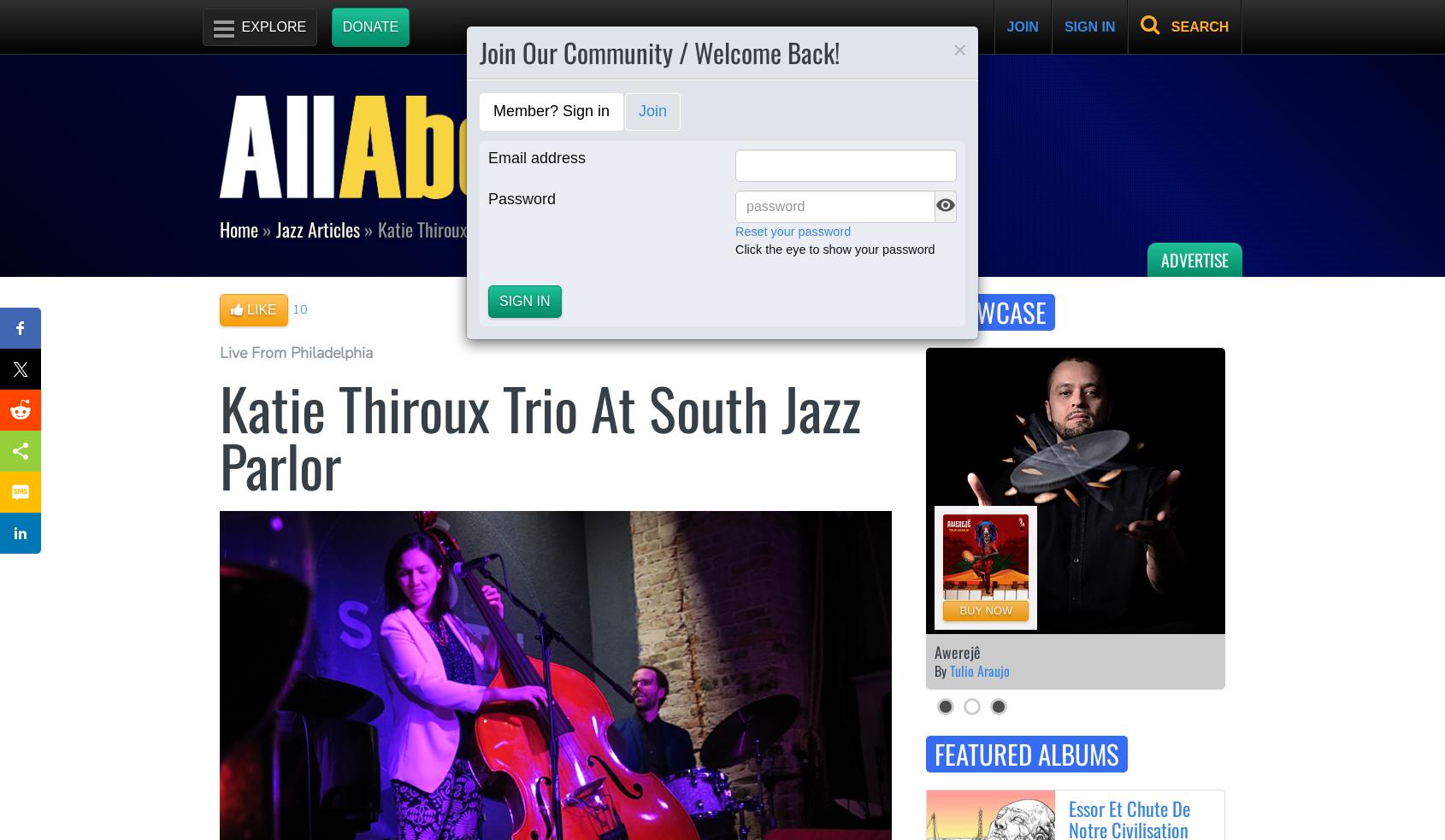 The height and width of the screenshot is (840, 1445). I want to click on 'Tulio Araujo', so click(979, 670).